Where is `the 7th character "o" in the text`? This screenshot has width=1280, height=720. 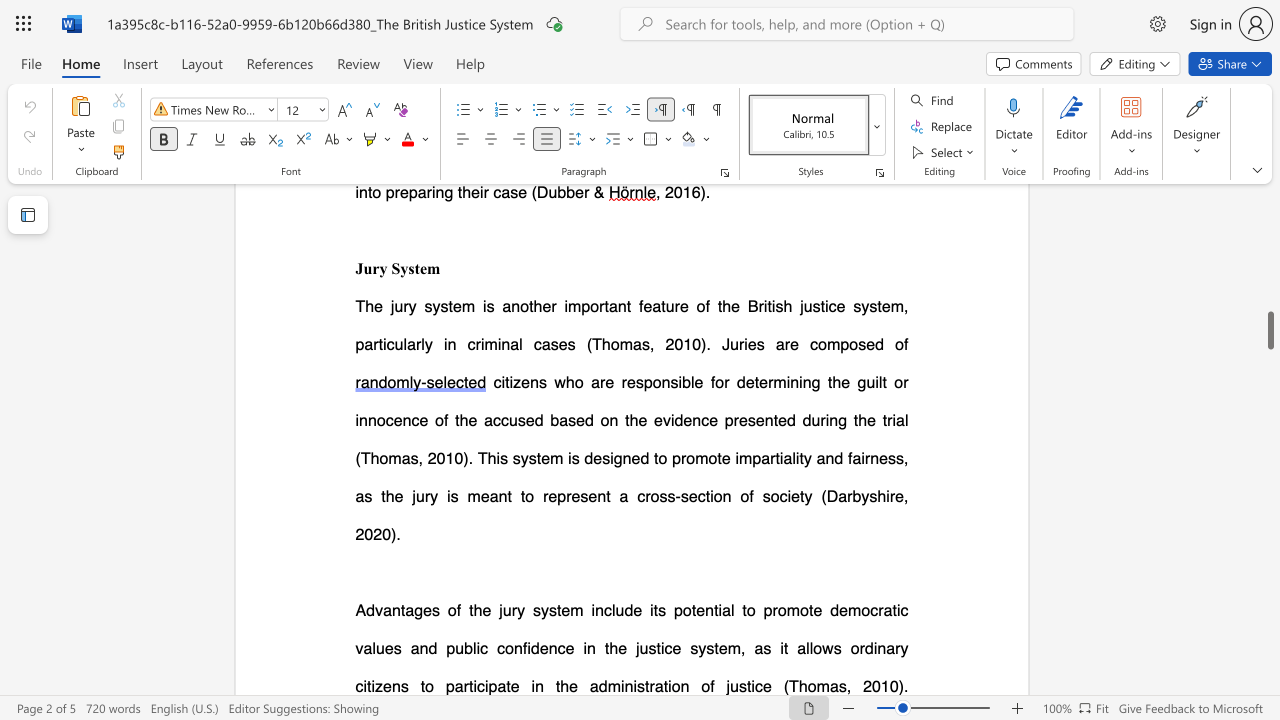 the 7th character "o" in the text is located at coordinates (690, 458).